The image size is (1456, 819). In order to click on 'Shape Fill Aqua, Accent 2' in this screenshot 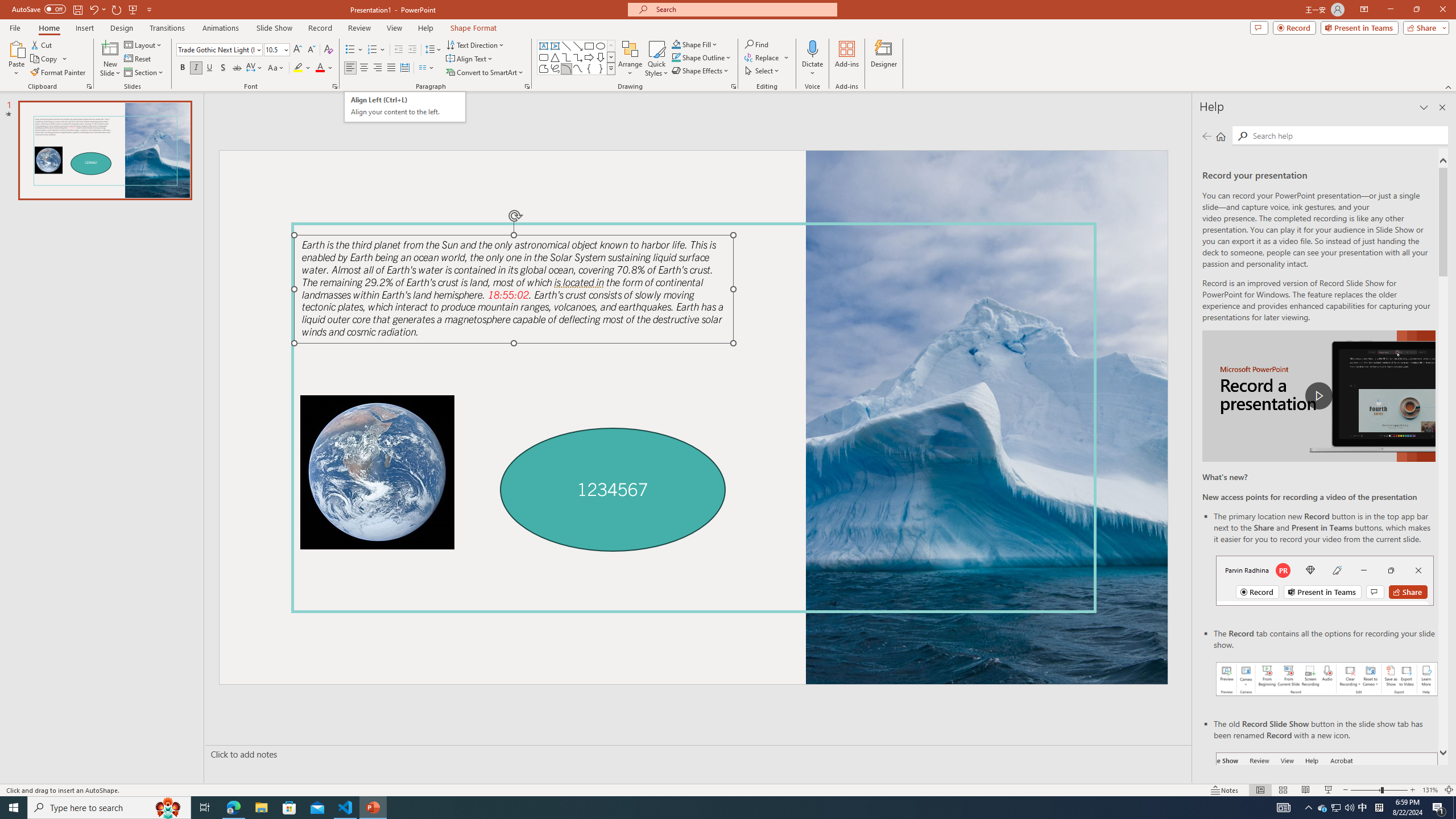, I will do `click(676, 44)`.